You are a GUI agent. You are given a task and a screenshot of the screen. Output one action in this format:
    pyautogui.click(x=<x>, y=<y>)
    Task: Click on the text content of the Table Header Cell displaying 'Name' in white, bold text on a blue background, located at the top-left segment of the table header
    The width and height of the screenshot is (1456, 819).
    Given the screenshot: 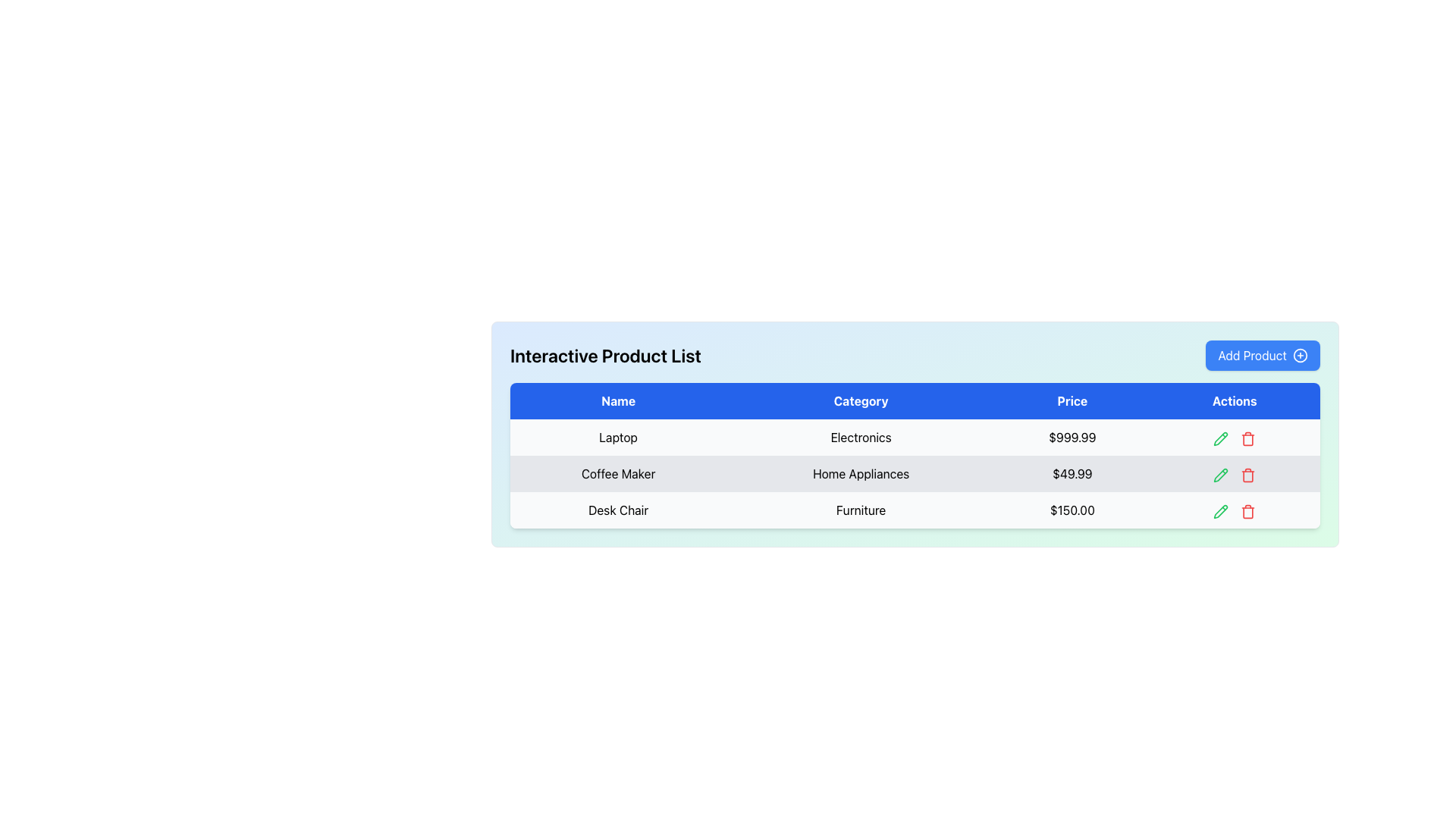 What is the action you would take?
    pyautogui.click(x=618, y=400)
    